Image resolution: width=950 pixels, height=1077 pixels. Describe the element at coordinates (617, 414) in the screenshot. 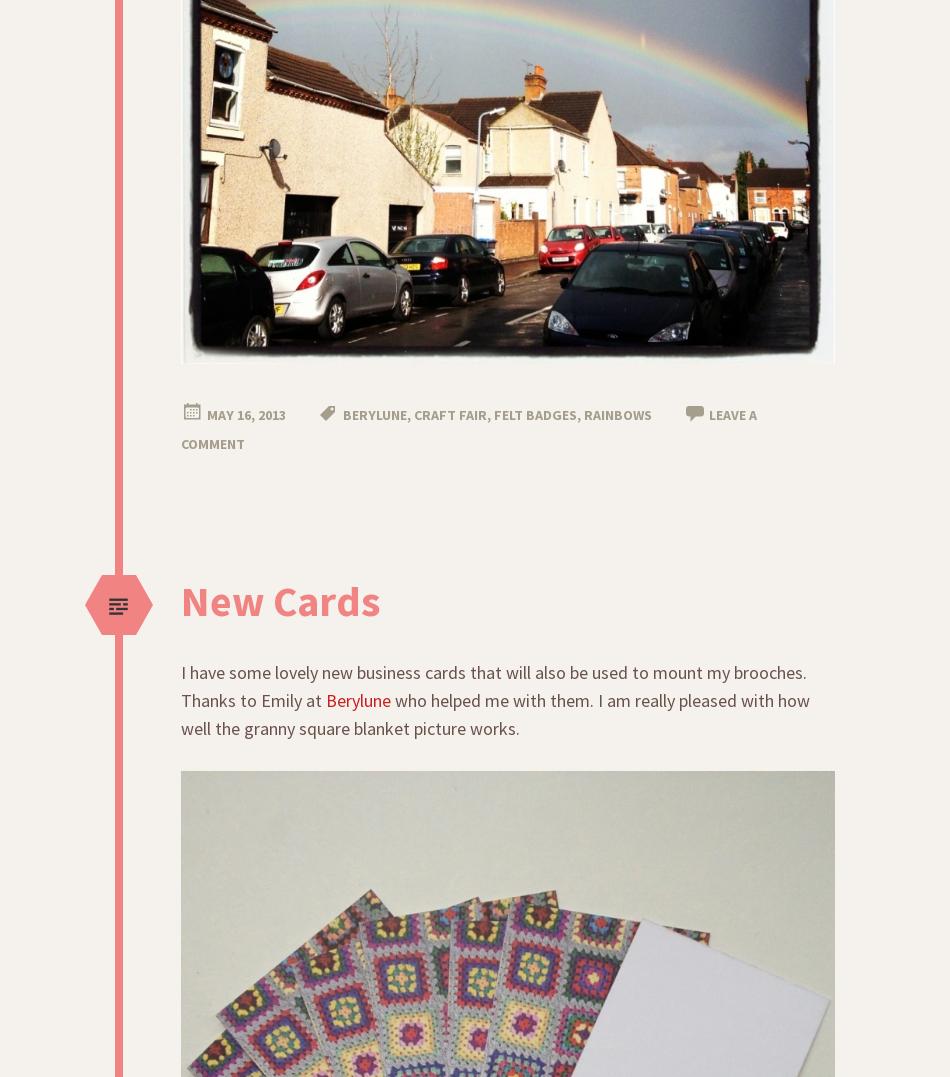

I see `'rainbows'` at that location.